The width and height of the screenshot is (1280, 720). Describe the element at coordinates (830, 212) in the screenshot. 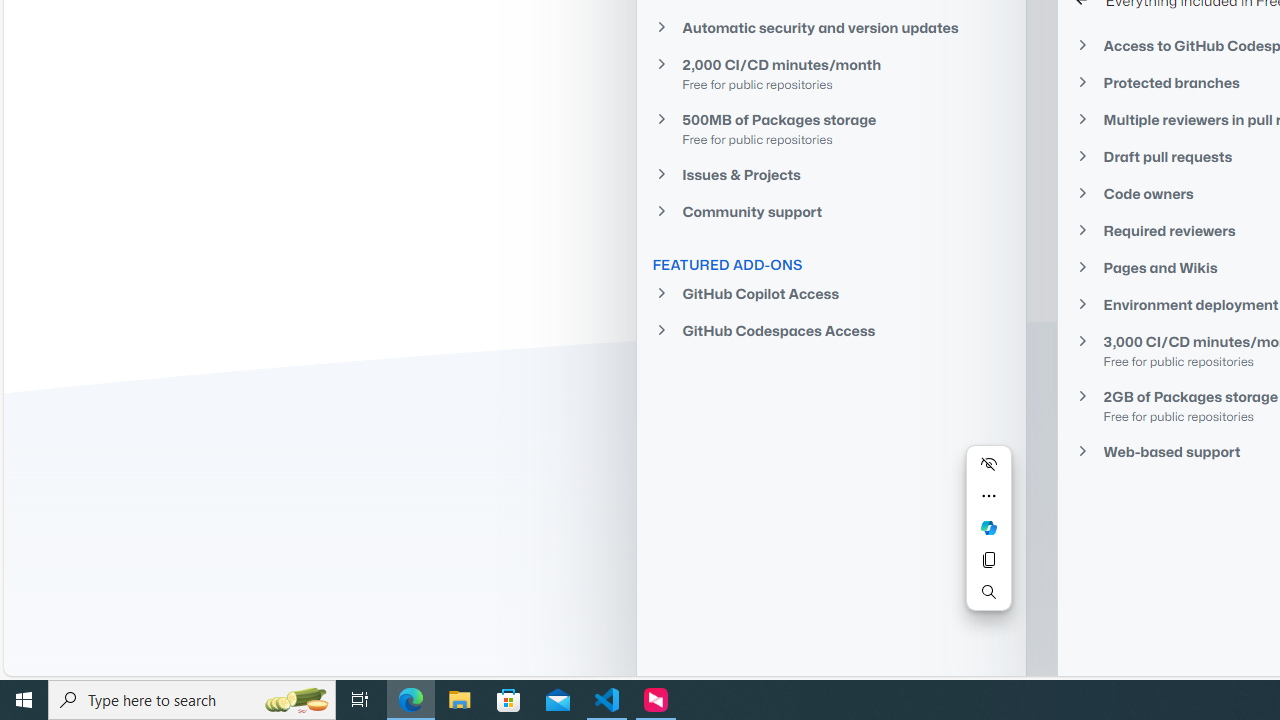

I see `'Community support'` at that location.